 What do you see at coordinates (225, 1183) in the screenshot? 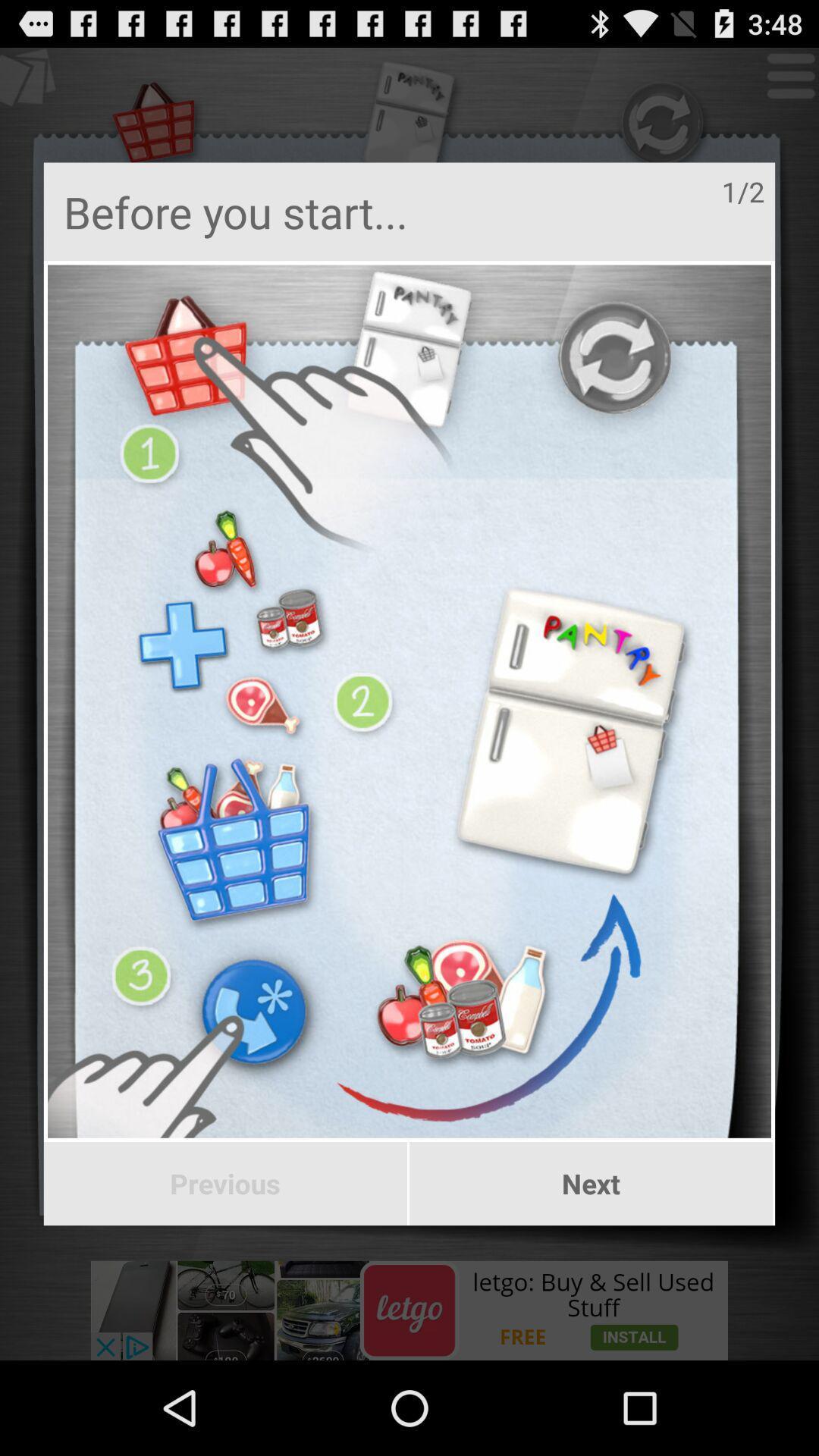
I see `item at the bottom left corner` at bounding box center [225, 1183].